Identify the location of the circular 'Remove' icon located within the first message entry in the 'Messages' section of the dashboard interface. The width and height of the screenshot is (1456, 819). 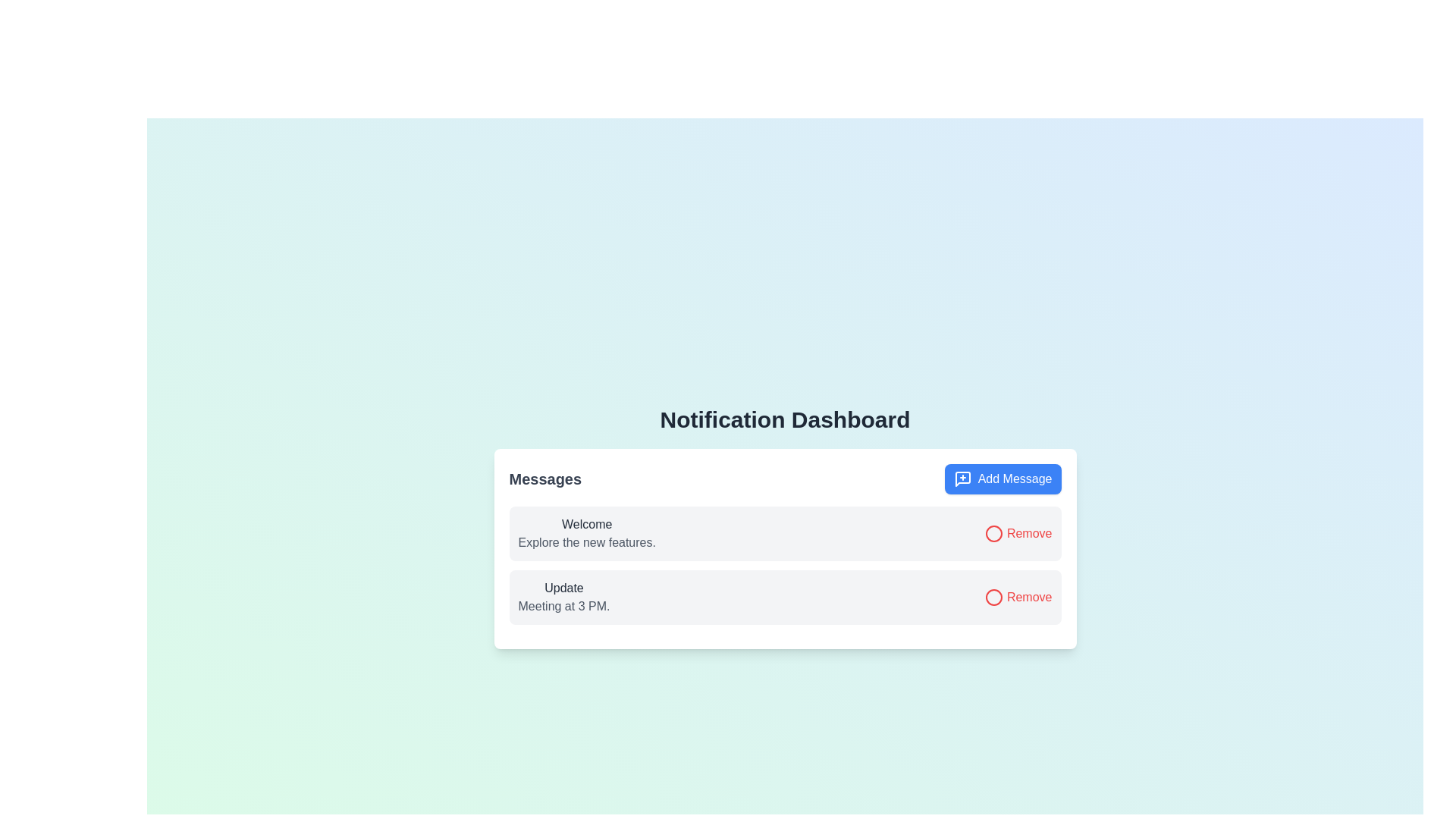
(994, 533).